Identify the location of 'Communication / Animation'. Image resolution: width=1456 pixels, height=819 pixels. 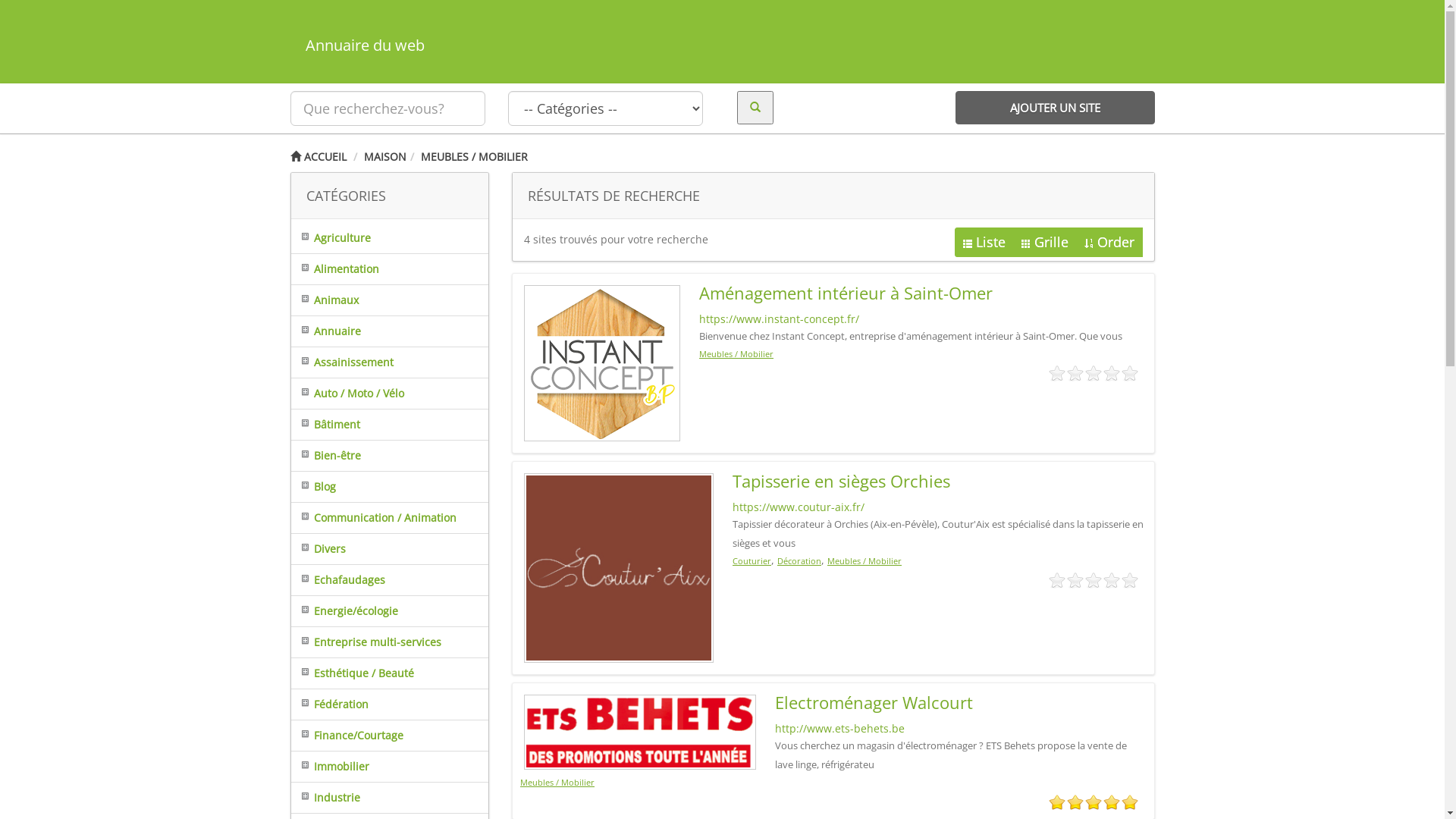
(374, 516).